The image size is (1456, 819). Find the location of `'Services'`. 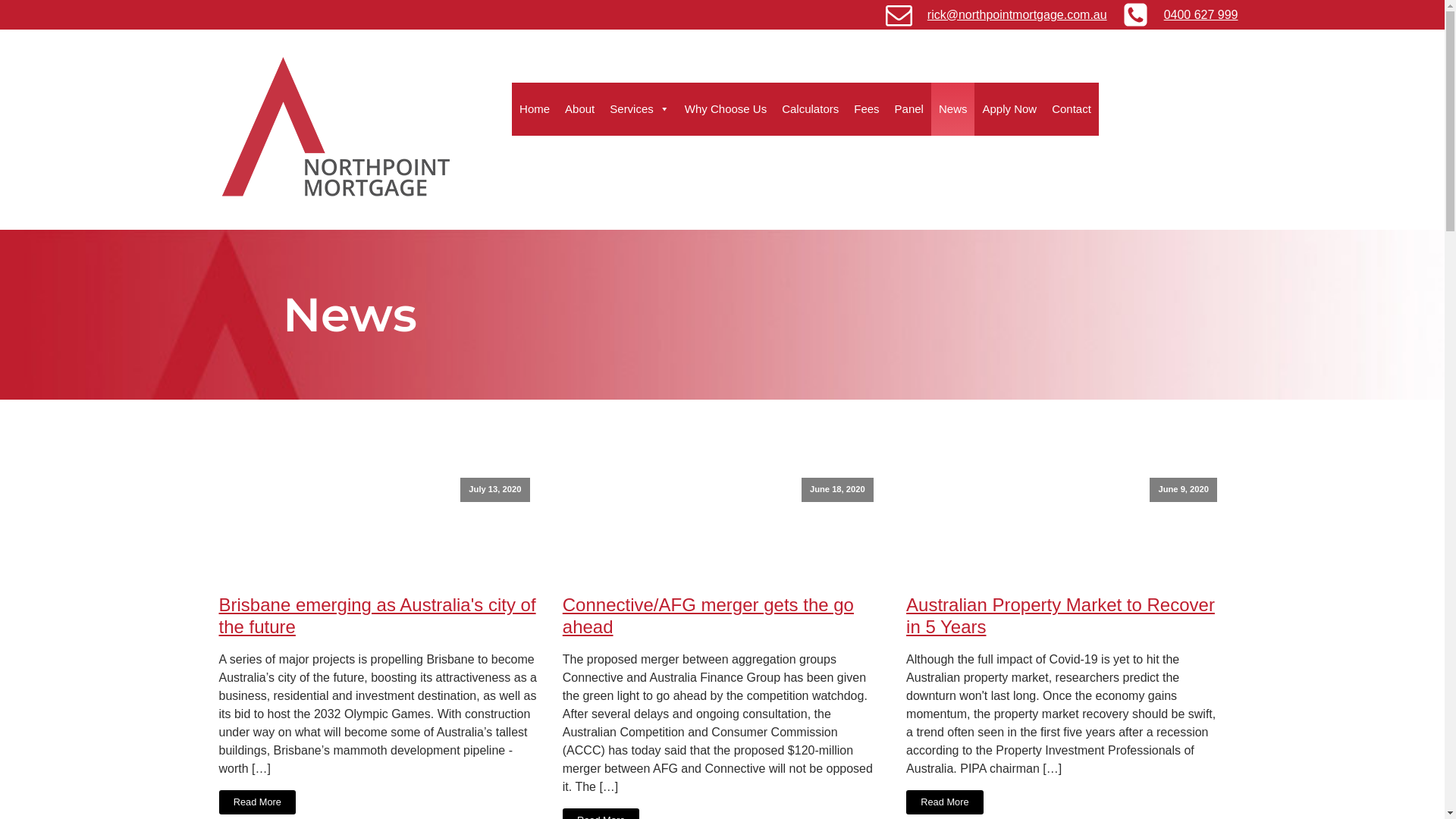

'Services' is located at coordinates (639, 108).